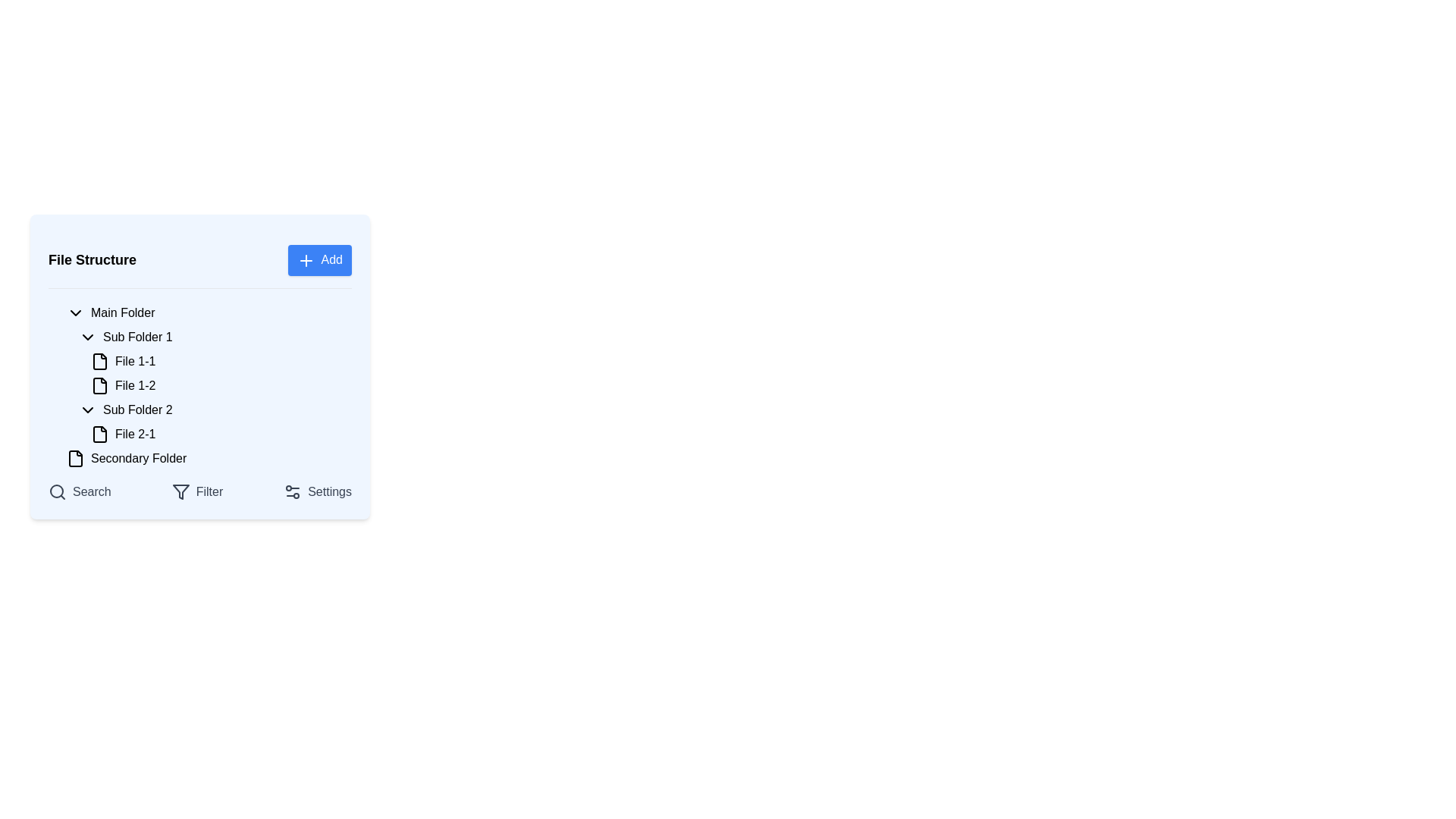 The height and width of the screenshot is (819, 1456). What do you see at coordinates (79, 491) in the screenshot?
I see `the leftmost button in the bottom section of the sidebar` at bounding box center [79, 491].